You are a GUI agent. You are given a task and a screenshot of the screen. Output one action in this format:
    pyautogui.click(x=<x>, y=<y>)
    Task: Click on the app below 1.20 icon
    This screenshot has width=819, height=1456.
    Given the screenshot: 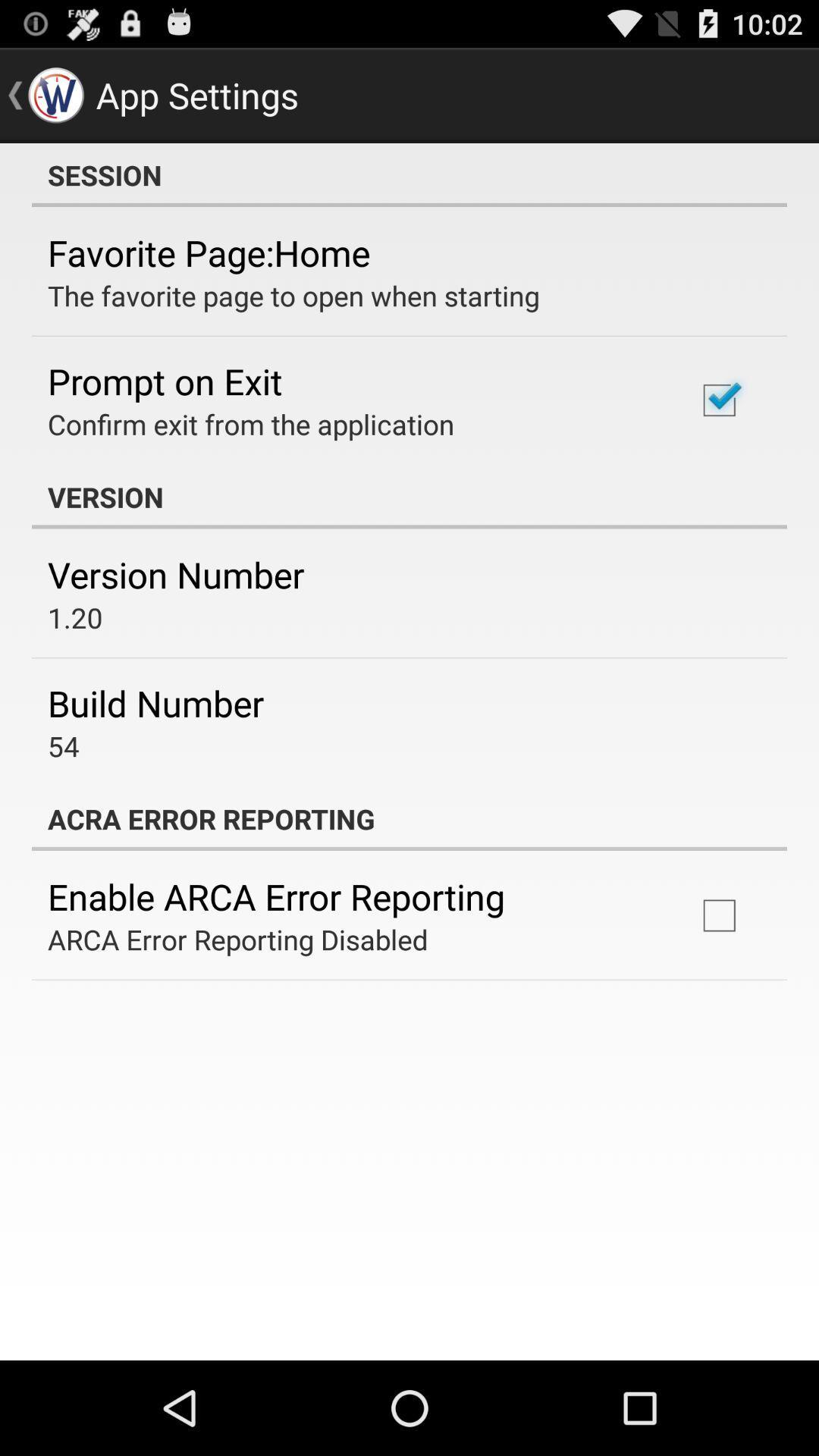 What is the action you would take?
    pyautogui.click(x=155, y=702)
    